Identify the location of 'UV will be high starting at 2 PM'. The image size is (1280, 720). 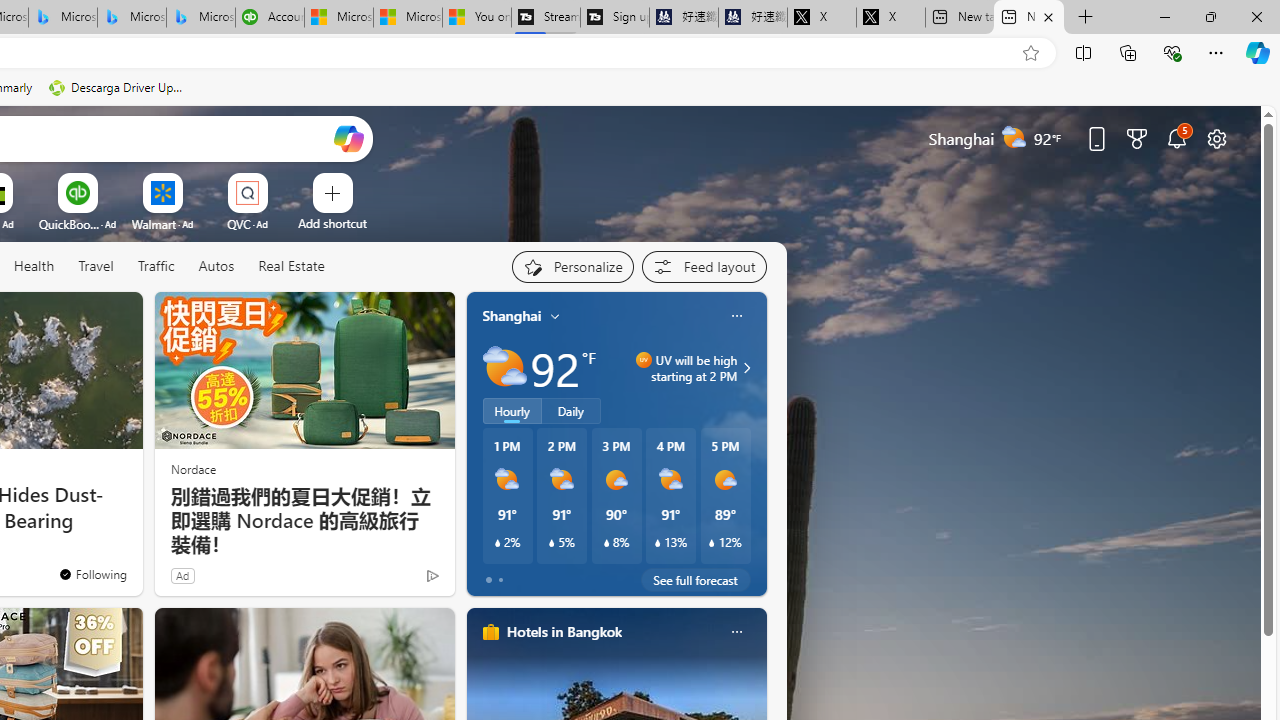
(743, 367).